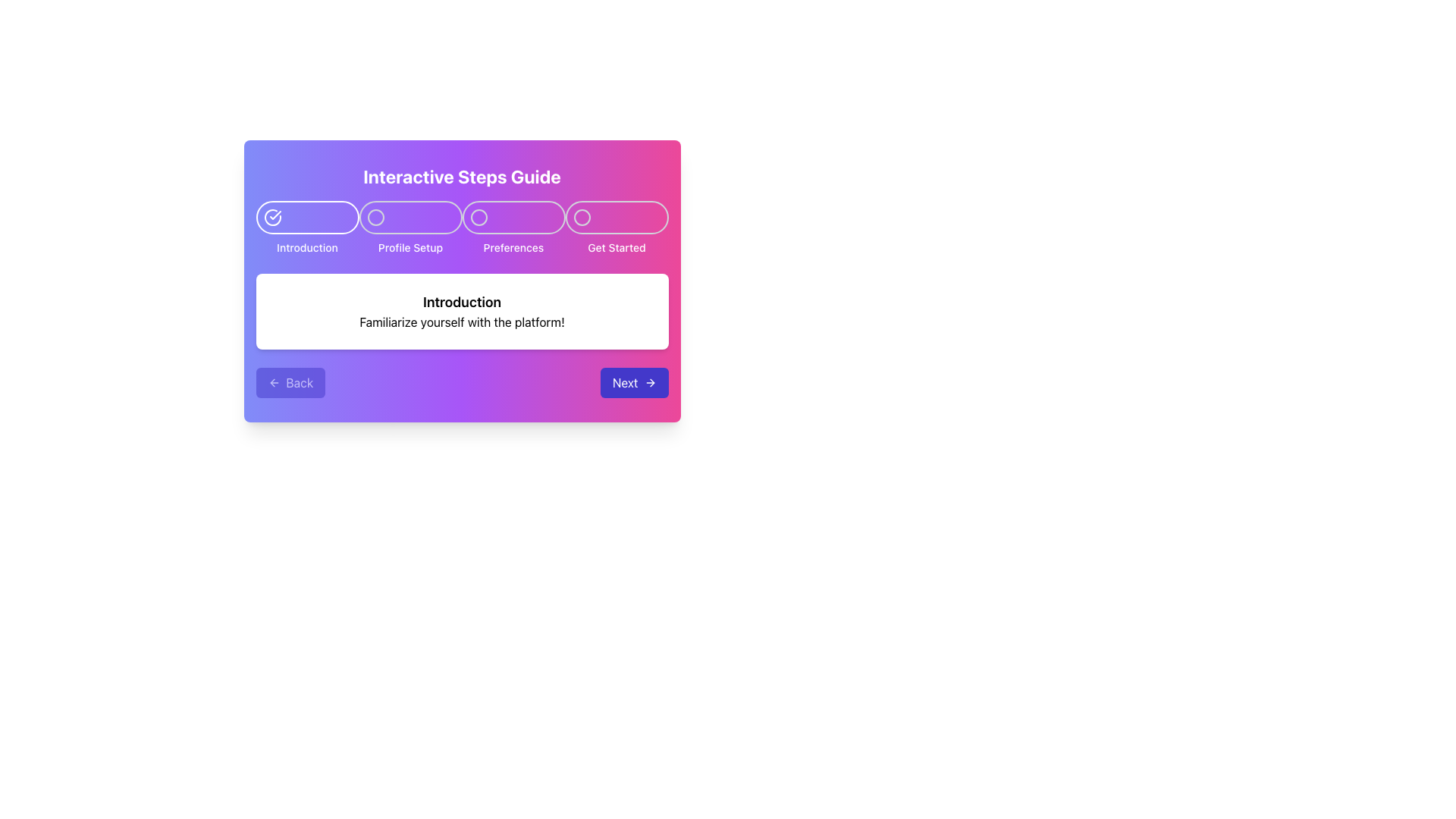 This screenshot has height=819, width=1456. What do you see at coordinates (306, 217) in the screenshot?
I see `the leftmost Step Indicator Button located just below the title 'Interactive Steps Guide'` at bounding box center [306, 217].